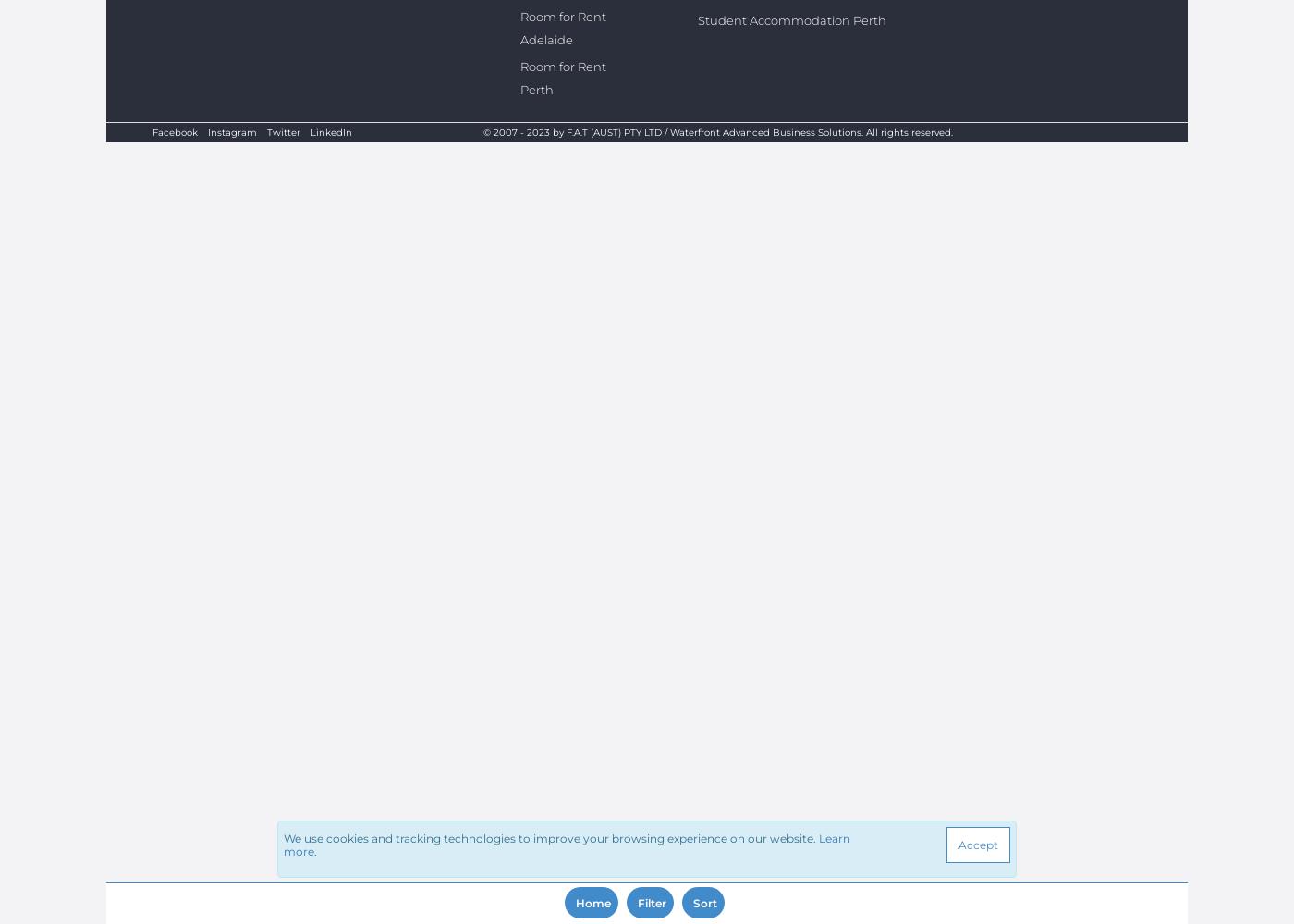 The image size is (1294, 924). I want to click on 'Sort', so click(705, 902).